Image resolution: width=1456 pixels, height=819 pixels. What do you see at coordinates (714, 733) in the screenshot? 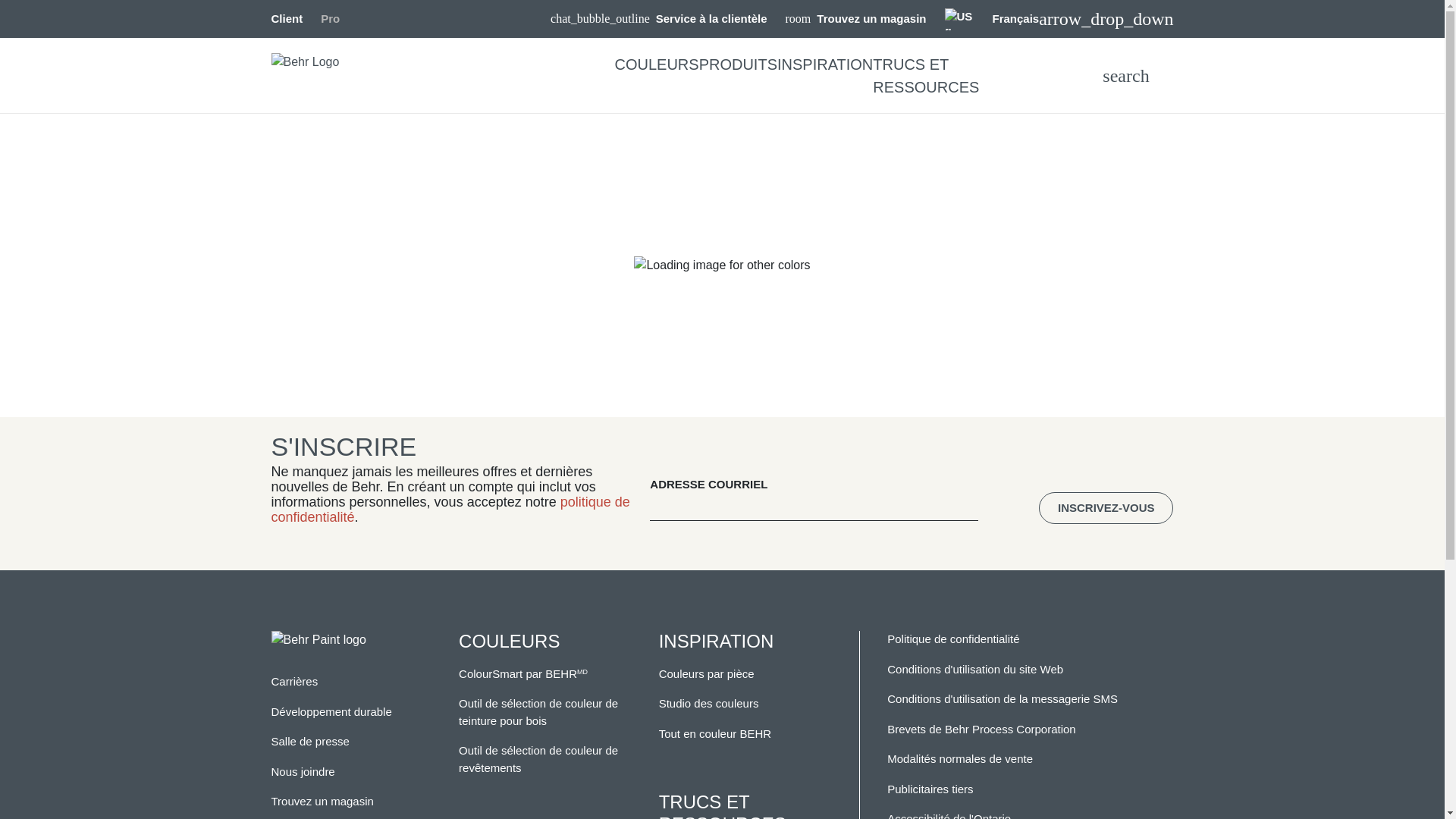
I see `'Tout en couleur BEHR'` at bounding box center [714, 733].